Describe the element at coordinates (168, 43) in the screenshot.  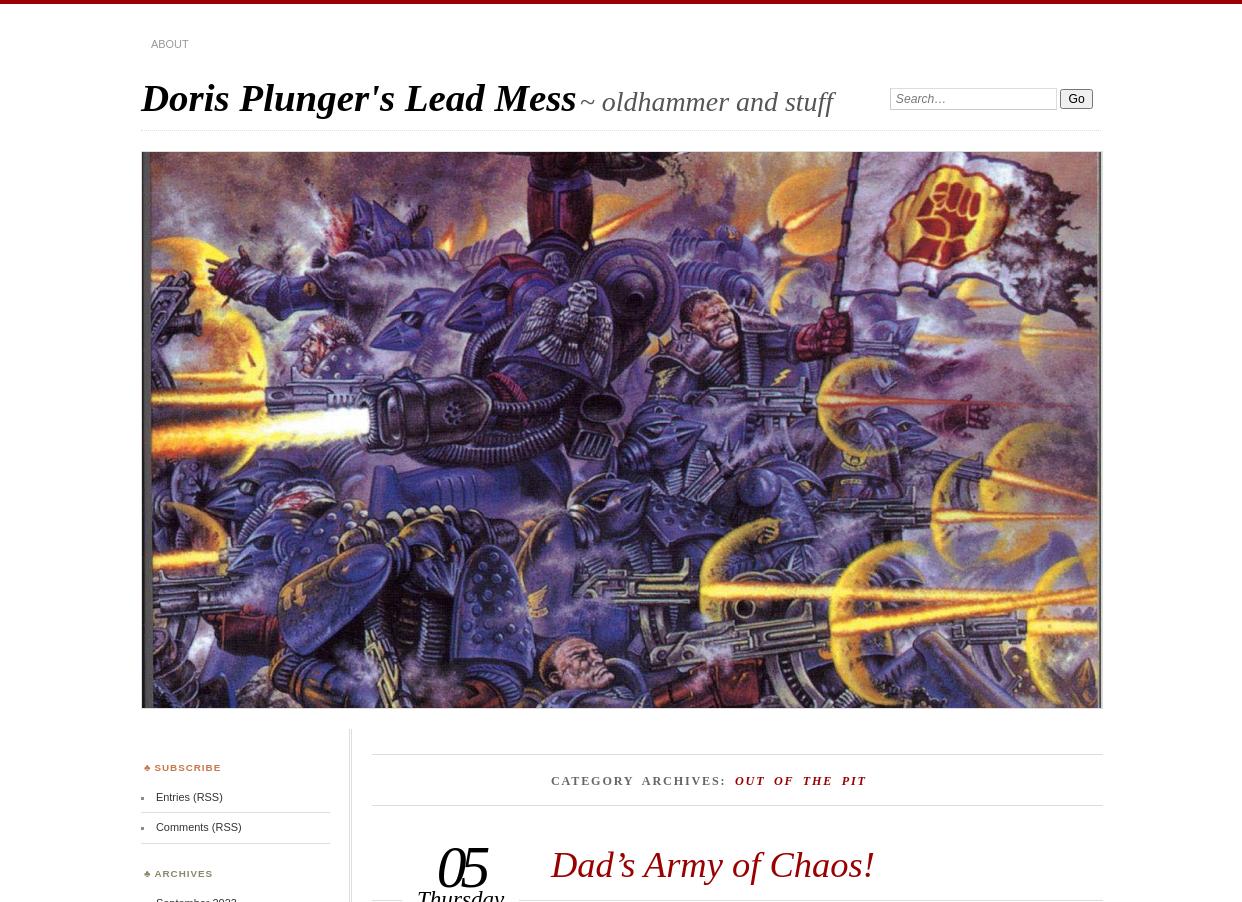
I see `'About'` at that location.